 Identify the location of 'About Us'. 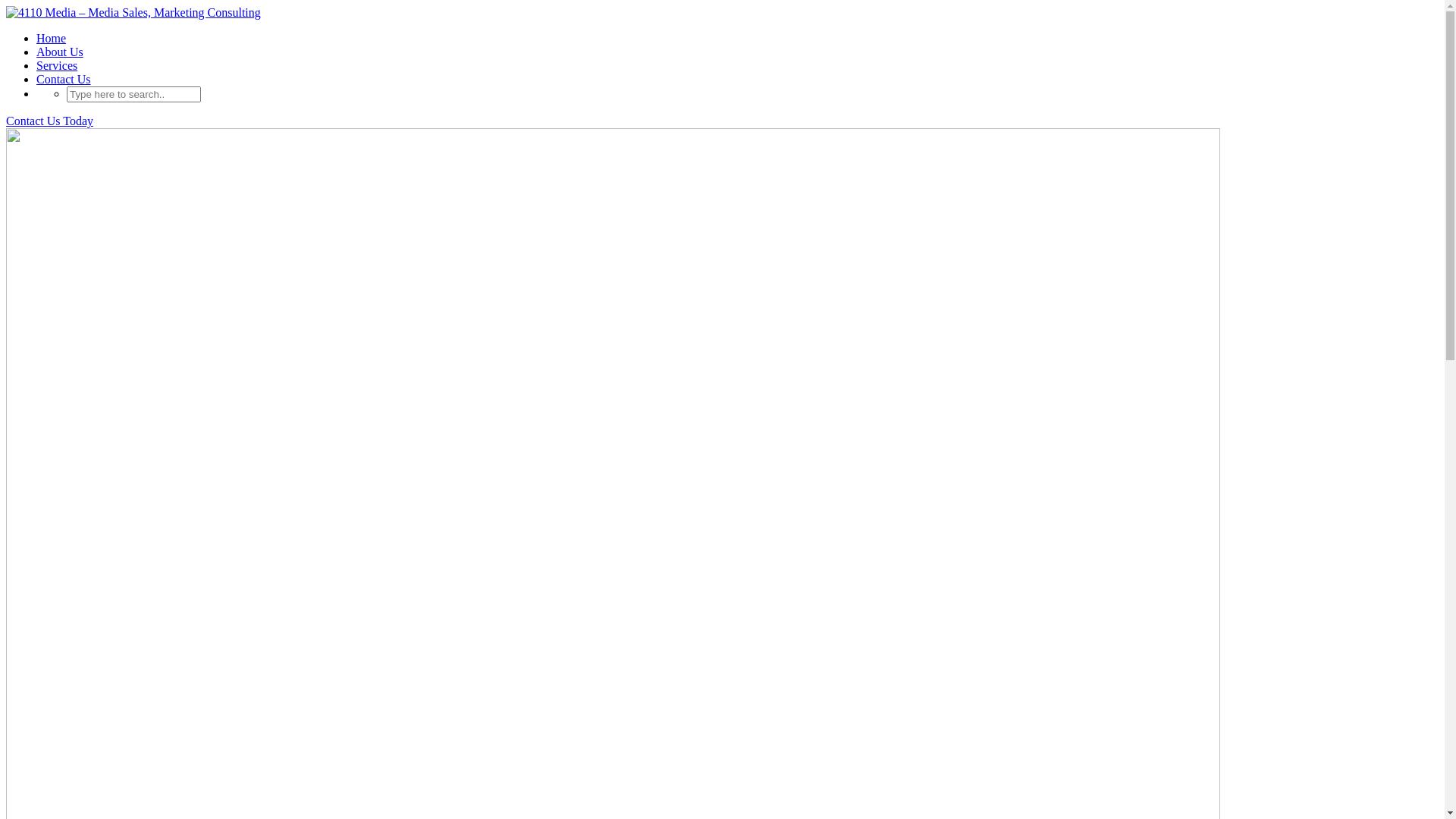
(59, 51).